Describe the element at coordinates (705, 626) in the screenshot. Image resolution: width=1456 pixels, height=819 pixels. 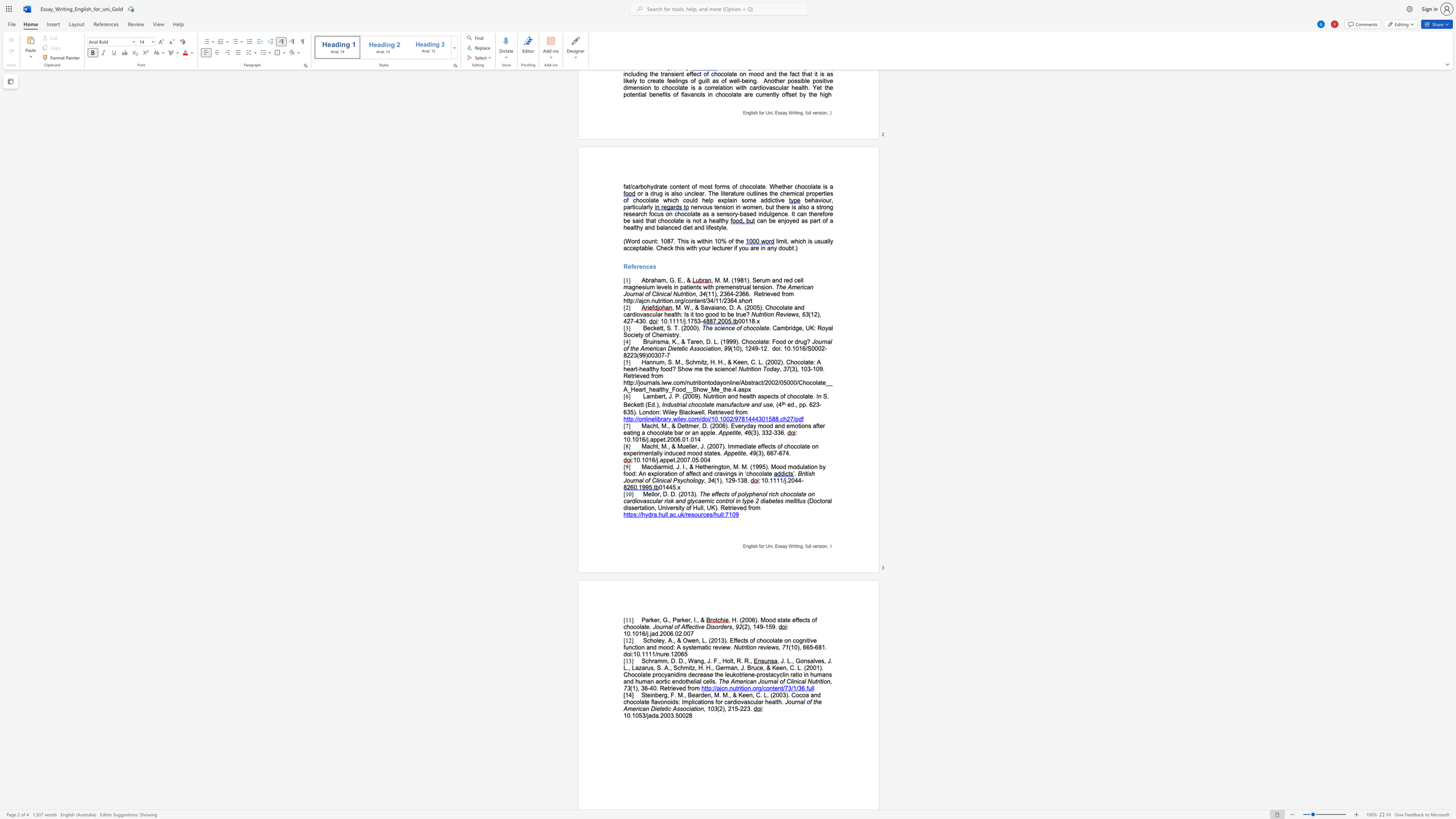
I see `the subset text "Disor" within the text "Journal of Affective Disorders"` at that location.